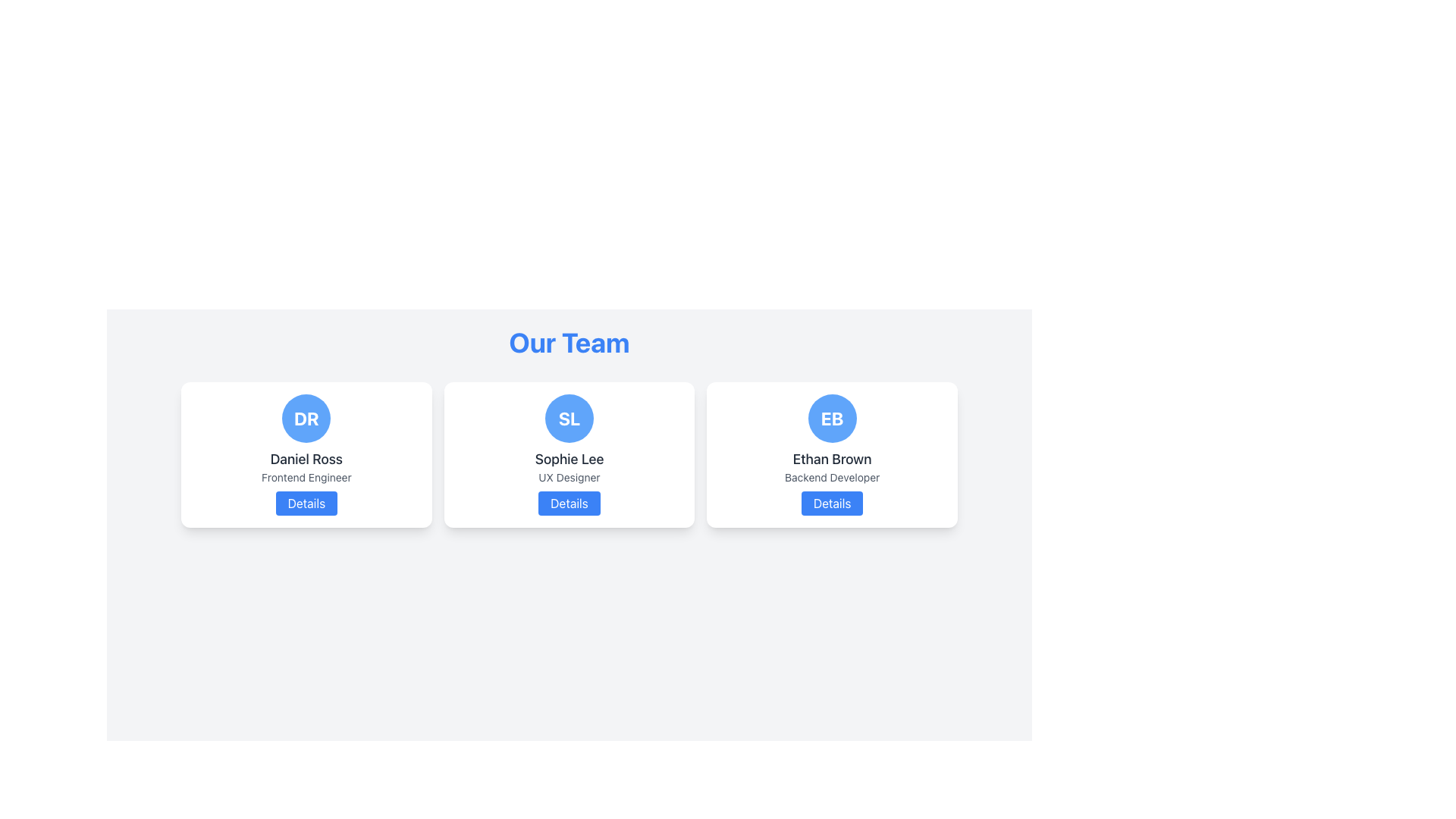 The image size is (1456, 819). What do you see at coordinates (831, 476) in the screenshot?
I see `the static text label displaying 'Backend Developer' for 'Ethan Brown', located at the bottom middle of the card, directly above the 'Details' button` at bounding box center [831, 476].